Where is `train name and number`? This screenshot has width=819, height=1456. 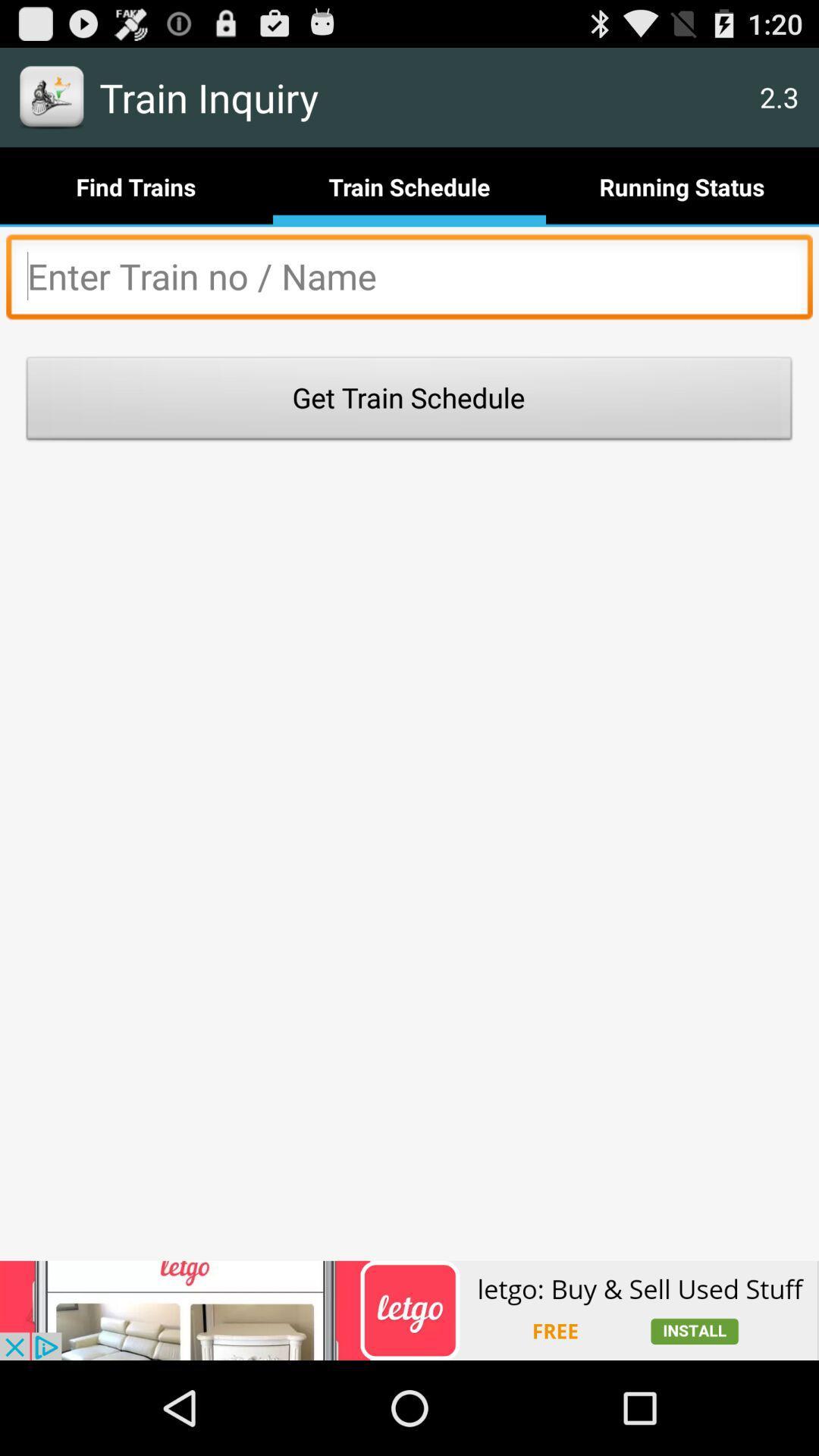
train name and number is located at coordinates (409, 281).